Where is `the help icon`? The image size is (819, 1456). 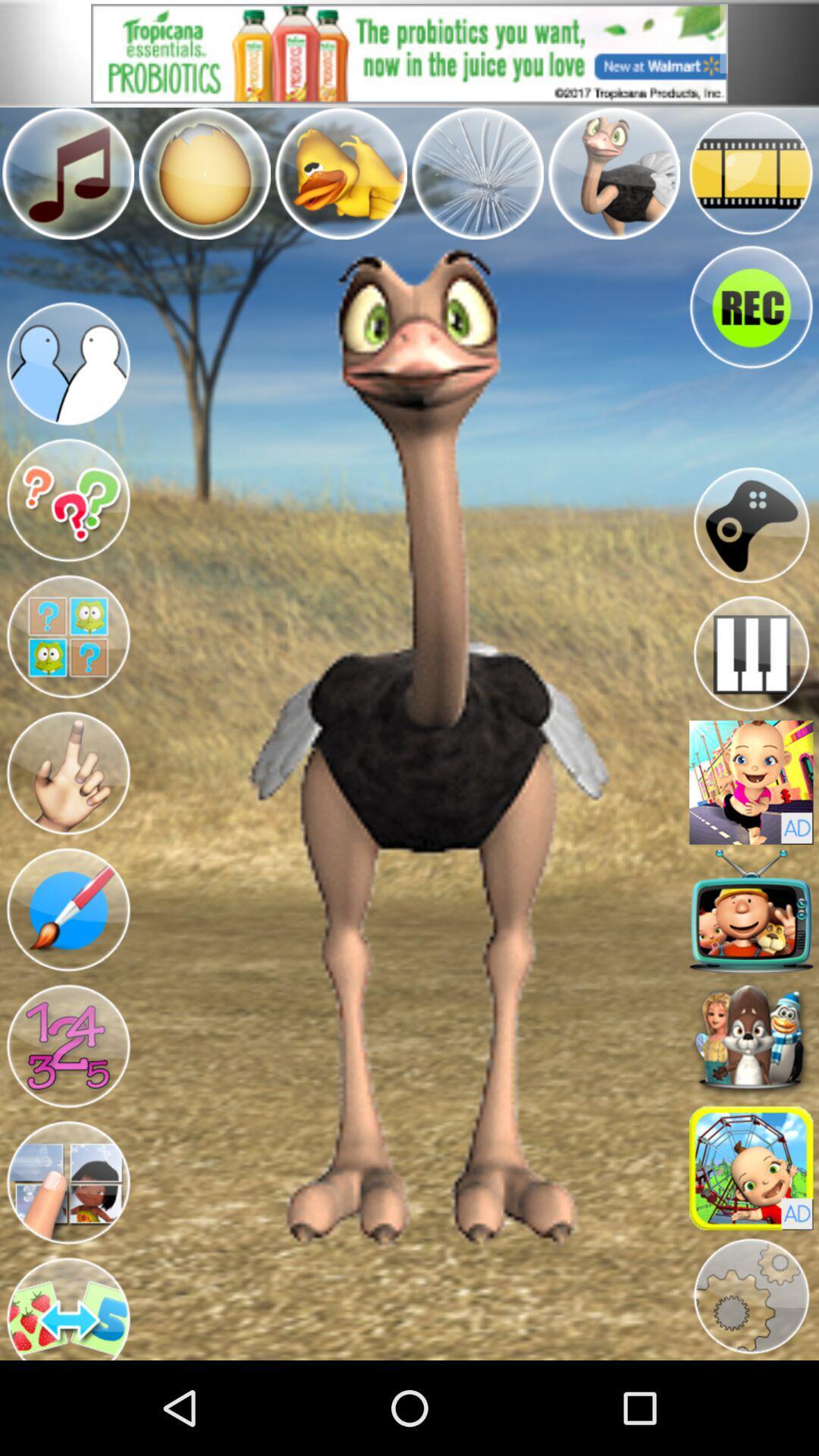 the help icon is located at coordinates (67, 535).